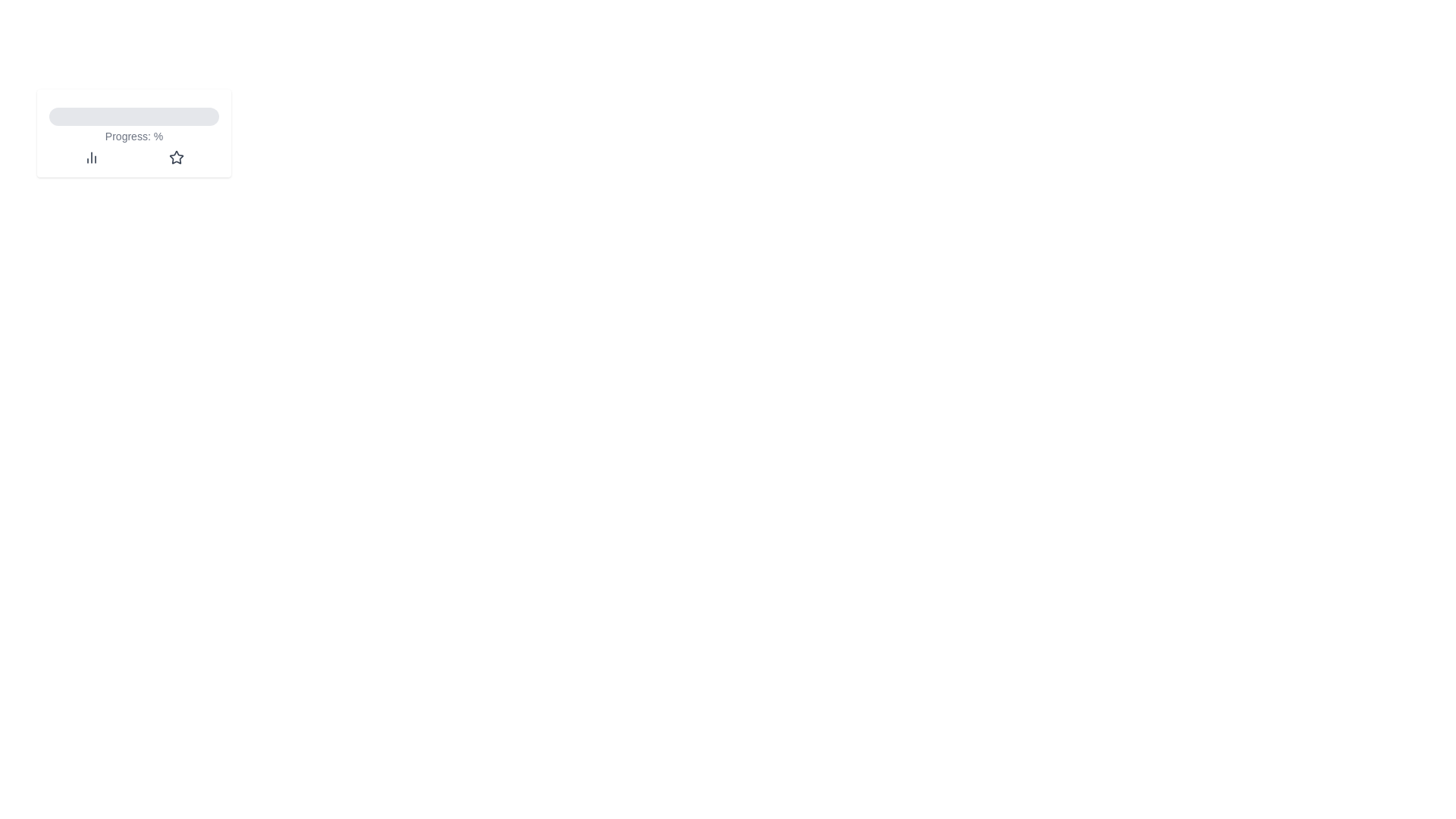  I want to click on the first graphic icon (SVG) representing a bar chart located beneath the label 'Progress: %', so click(90, 158).